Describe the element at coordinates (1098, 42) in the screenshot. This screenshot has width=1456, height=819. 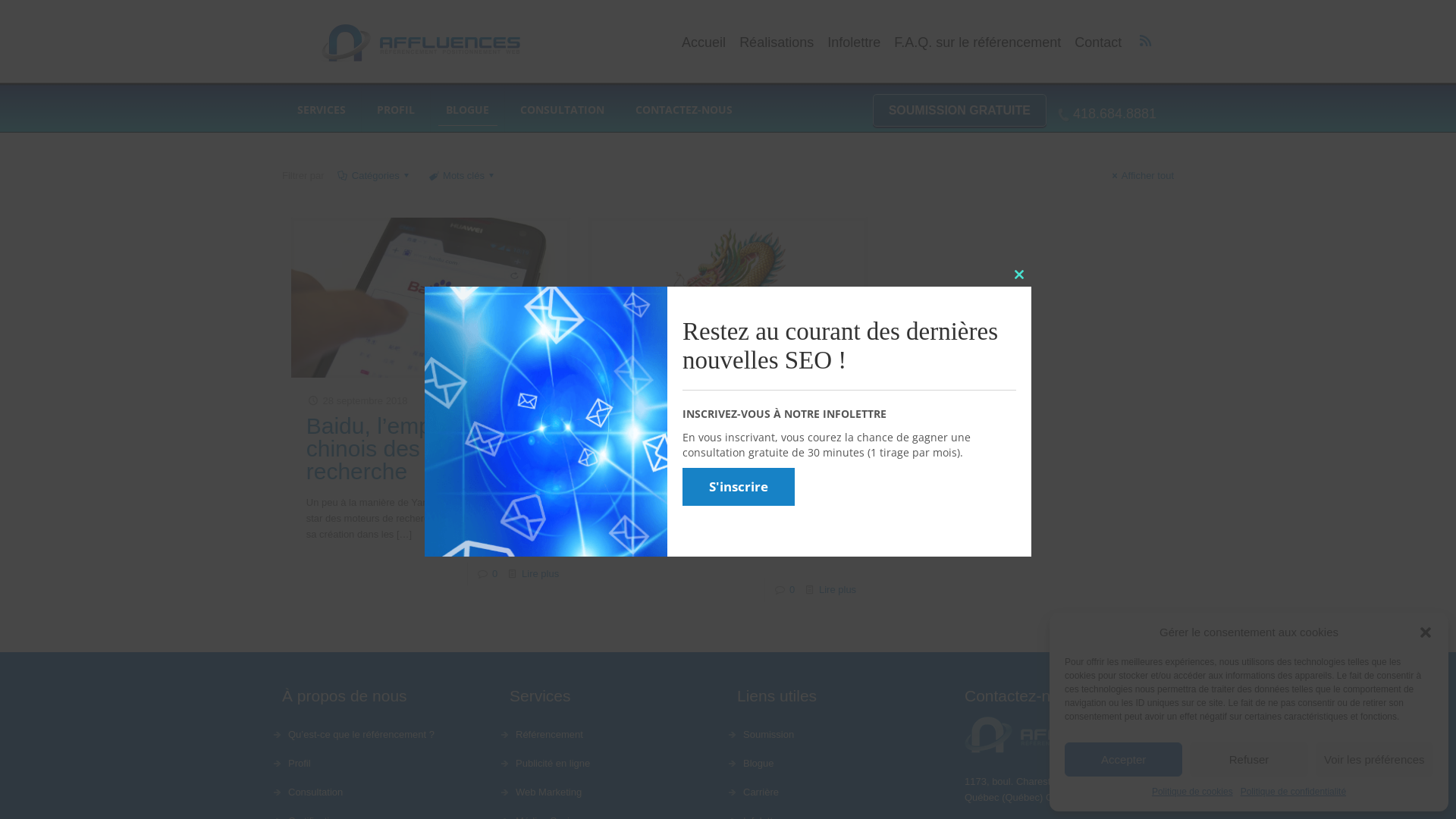
I see `'Contact'` at that location.